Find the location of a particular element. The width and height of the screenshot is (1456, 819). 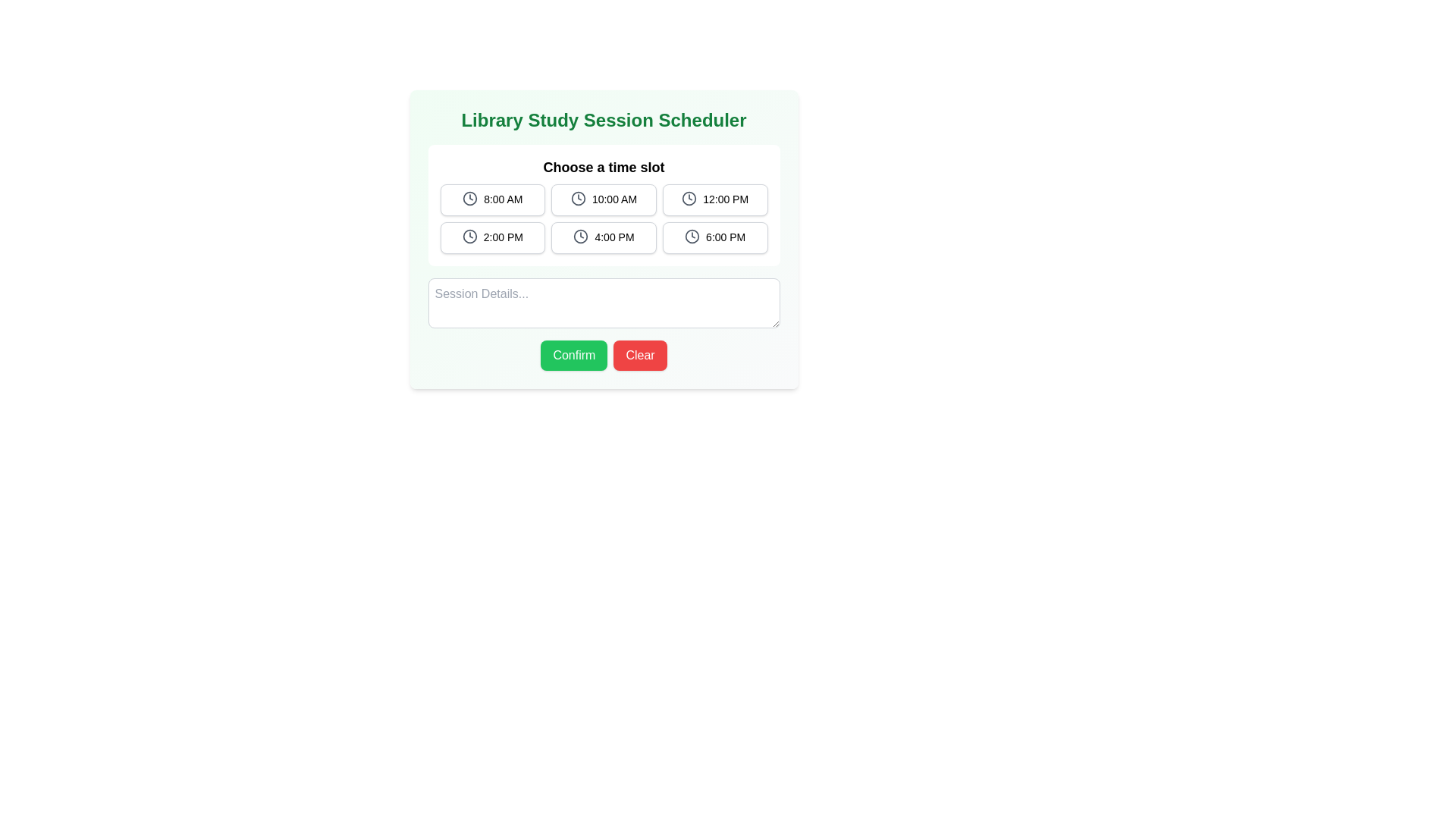

the time slot in the grid layout under the 'Choose a time slot' header is located at coordinates (603, 219).